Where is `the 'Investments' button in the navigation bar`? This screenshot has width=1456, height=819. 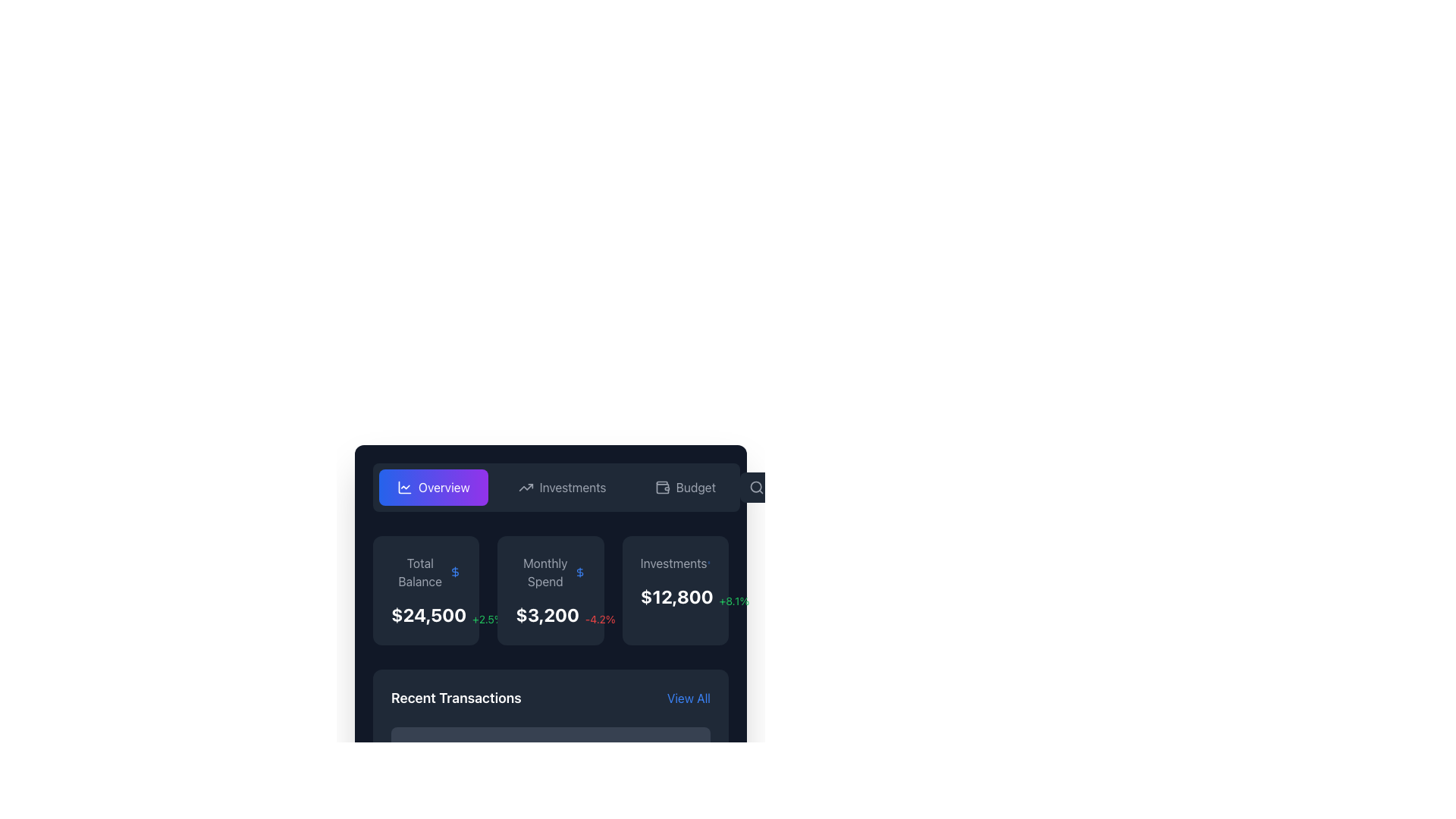
the 'Investments' button in the navigation bar is located at coordinates (561, 488).